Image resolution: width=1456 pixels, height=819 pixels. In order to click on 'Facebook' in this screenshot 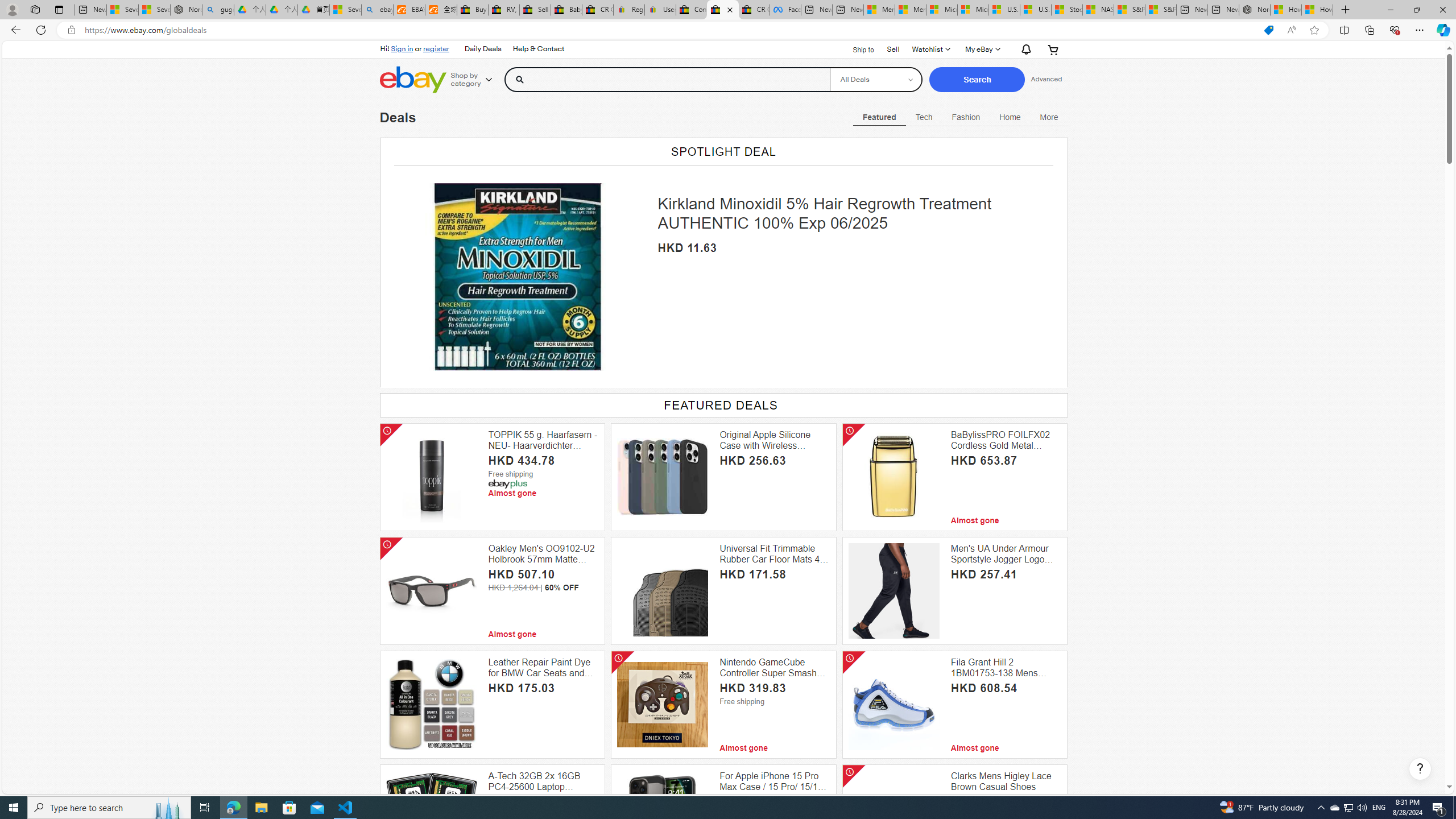, I will do `click(785, 9)`.